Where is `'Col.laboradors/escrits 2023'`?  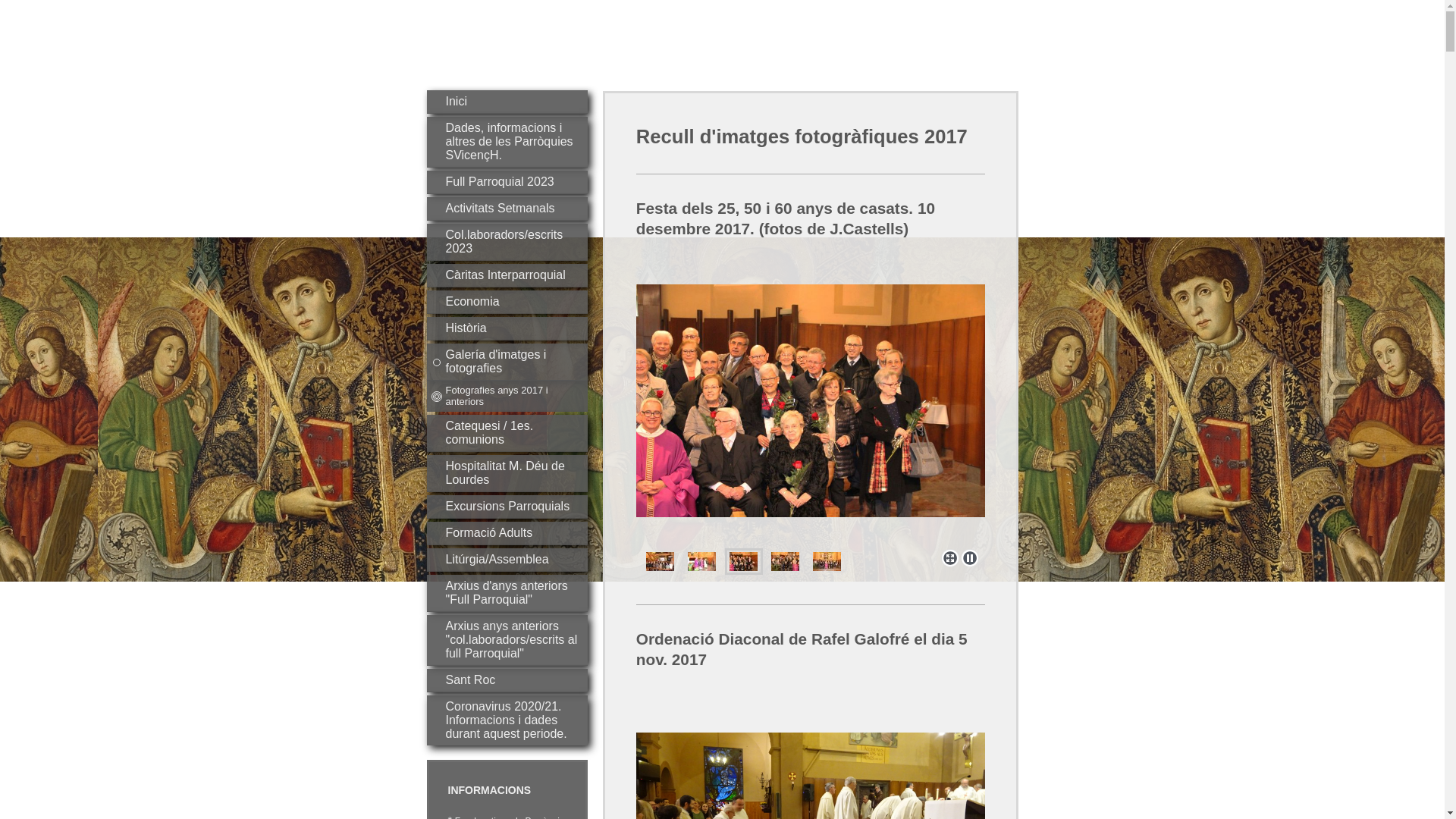 'Col.laboradors/escrits 2023' is located at coordinates (425, 241).